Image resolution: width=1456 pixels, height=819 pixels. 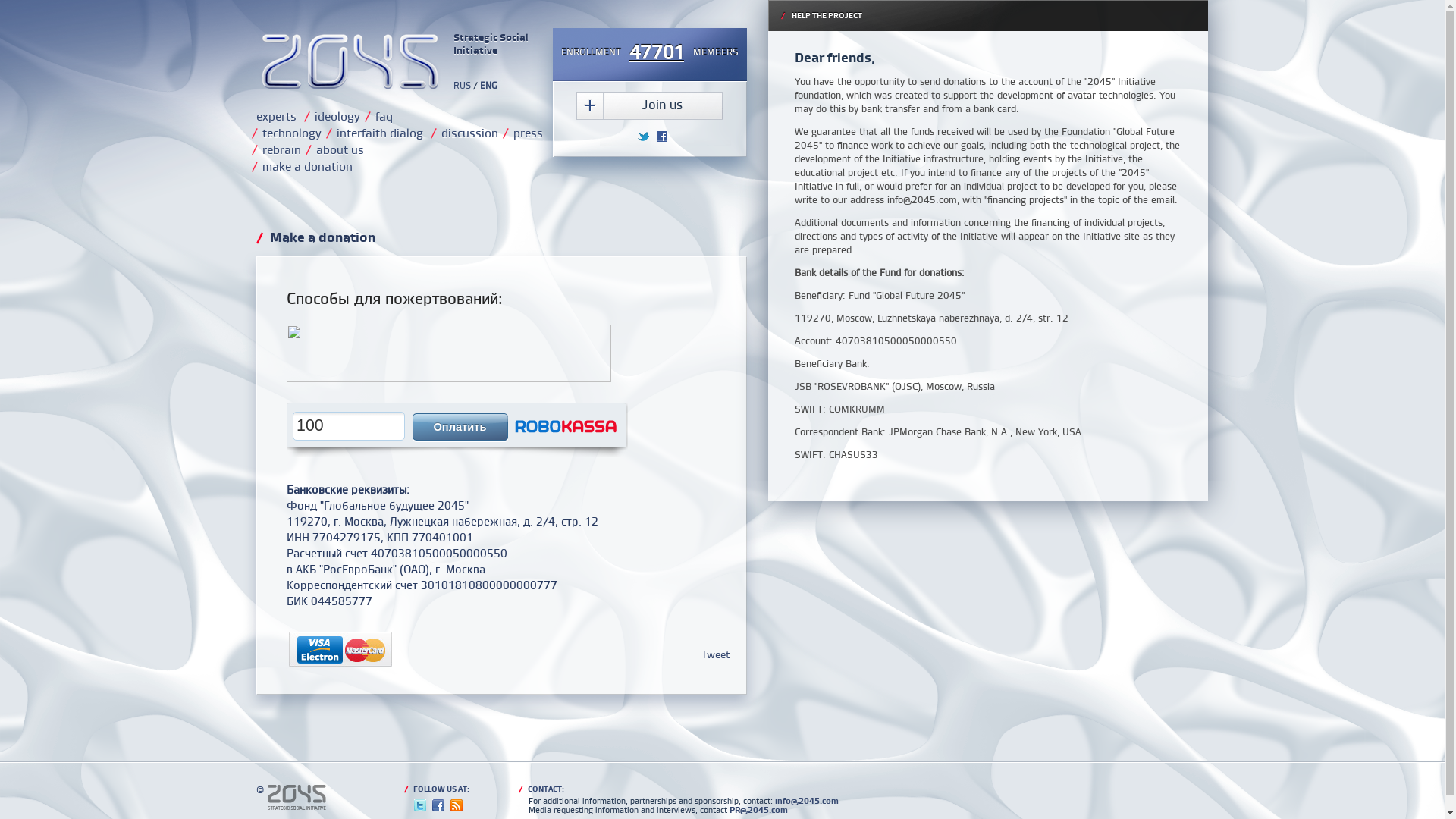 I want to click on 'discussion', so click(x=440, y=131).